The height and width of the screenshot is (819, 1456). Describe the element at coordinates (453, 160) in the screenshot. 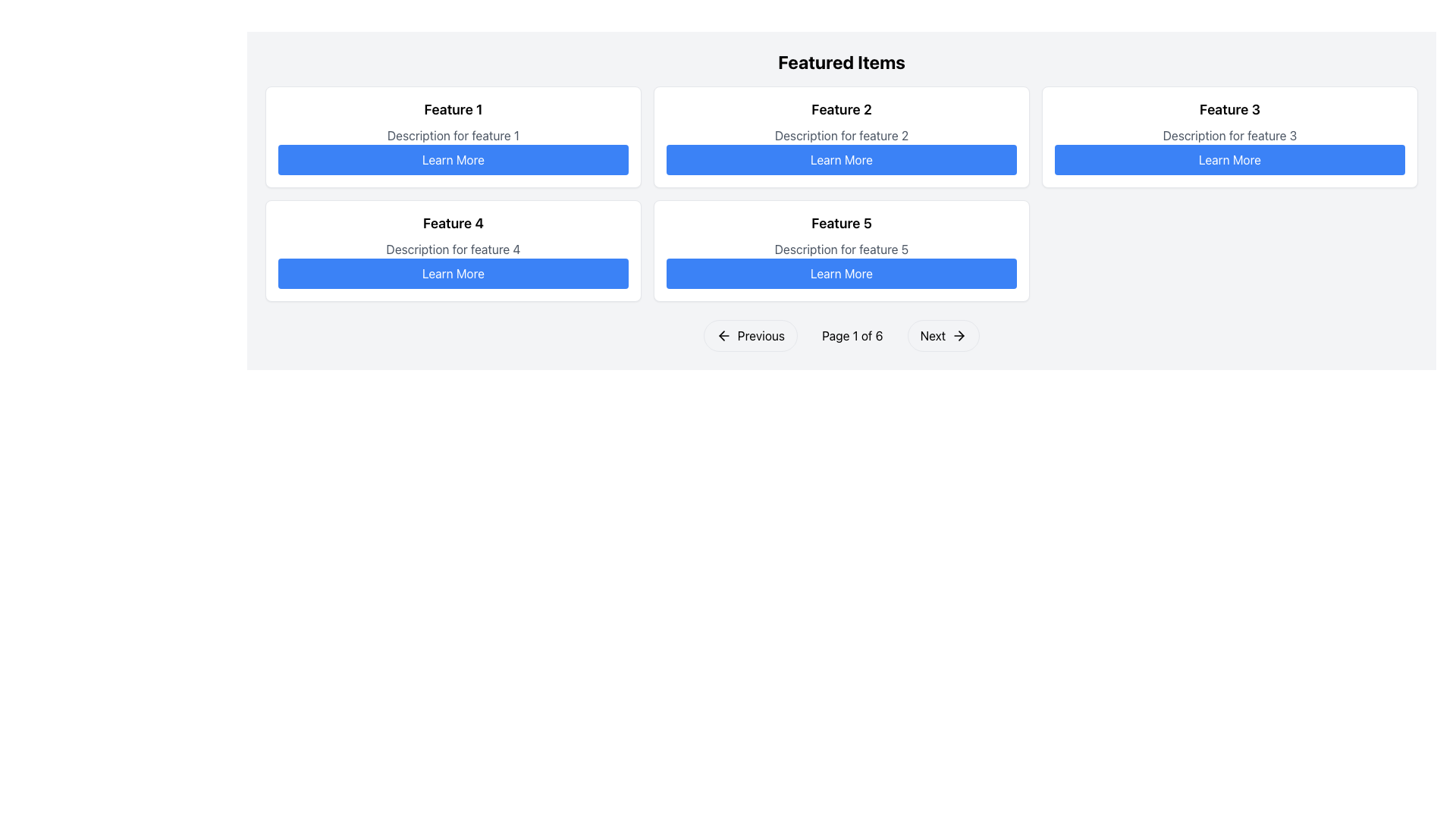

I see `the 'Learn More' button, which has a blue background and white text, located at the bottom of the 'Feature 1' card` at that location.